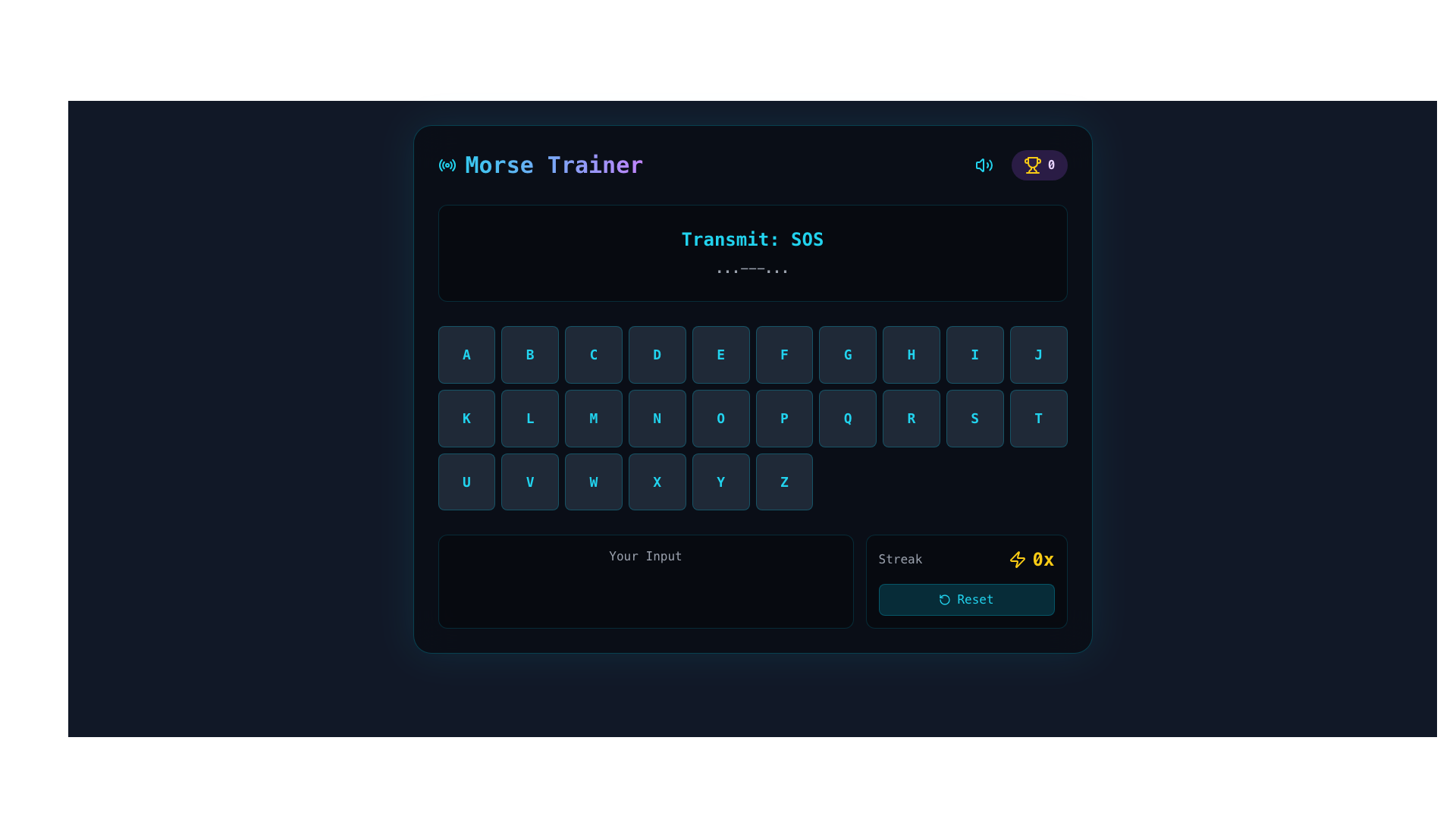 The image size is (1456, 819). I want to click on the square-shaped button displaying 'G' with blue text and a dark gray background, so click(847, 354).